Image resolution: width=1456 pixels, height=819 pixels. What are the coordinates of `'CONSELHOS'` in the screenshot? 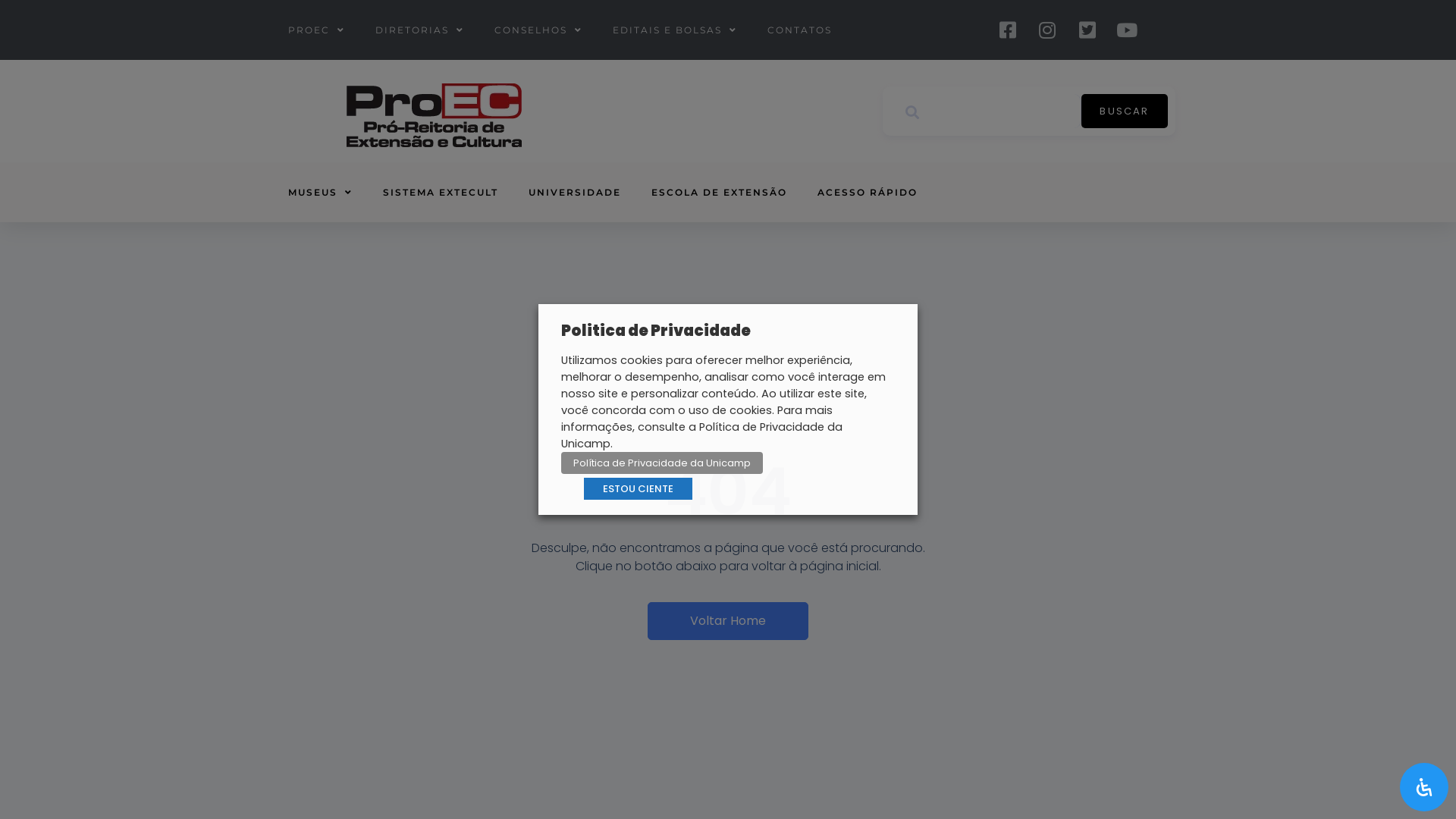 It's located at (479, 30).